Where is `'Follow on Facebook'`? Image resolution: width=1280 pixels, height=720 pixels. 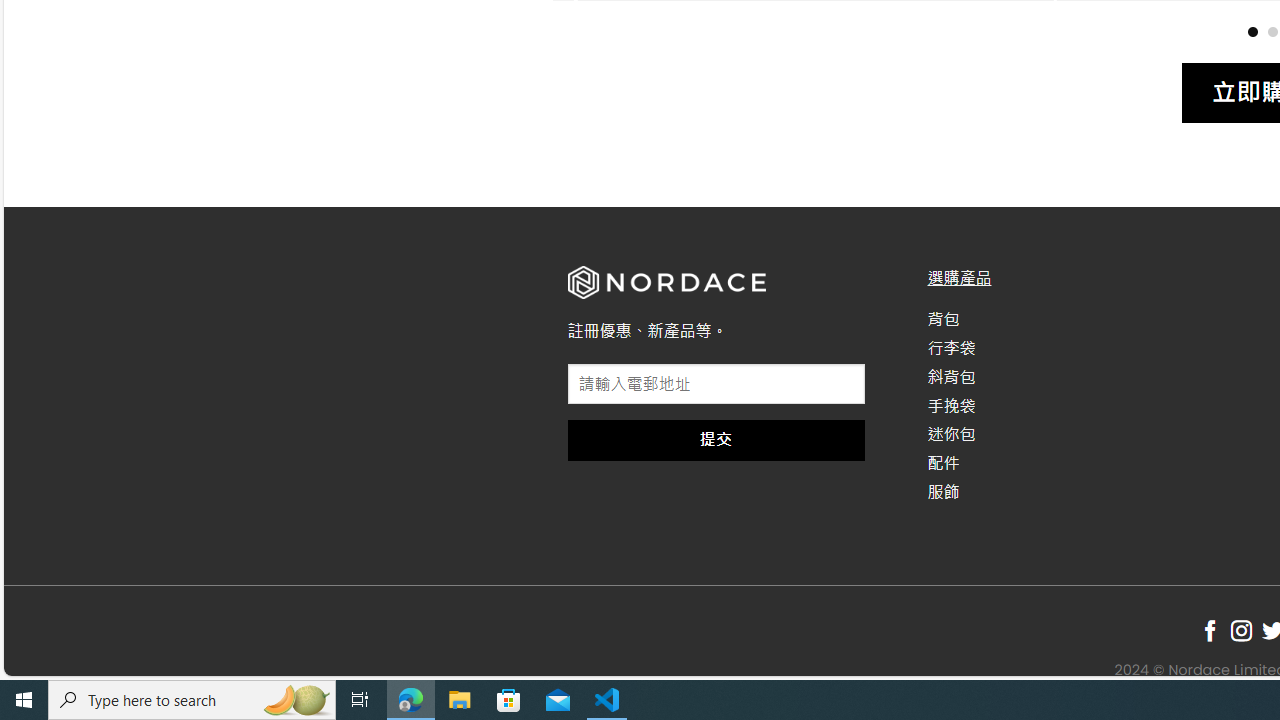
'Follow on Facebook' is located at coordinates (1209, 631).